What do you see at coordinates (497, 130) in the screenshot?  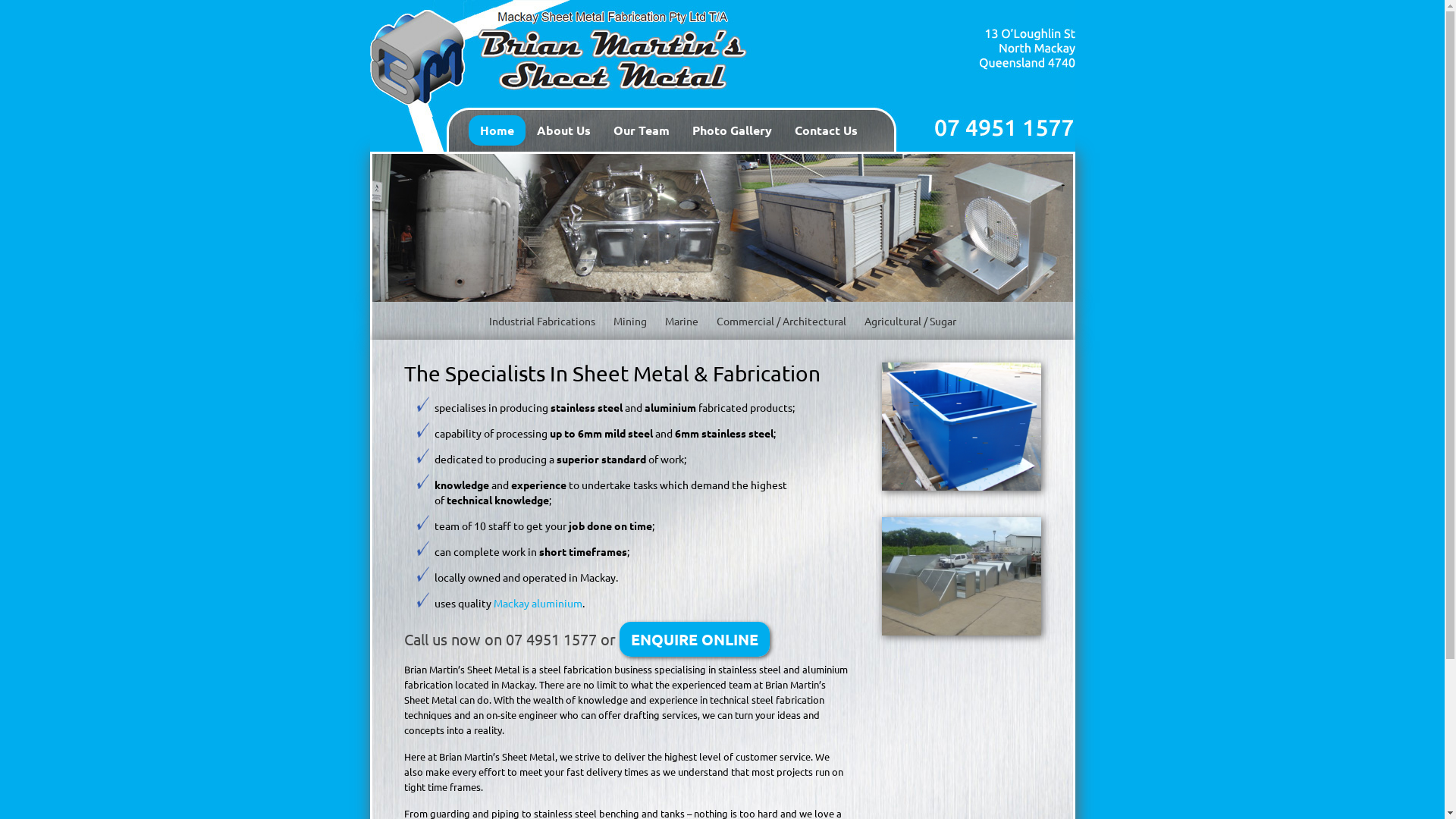 I see `'Home'` at bounding box center [497, 130].